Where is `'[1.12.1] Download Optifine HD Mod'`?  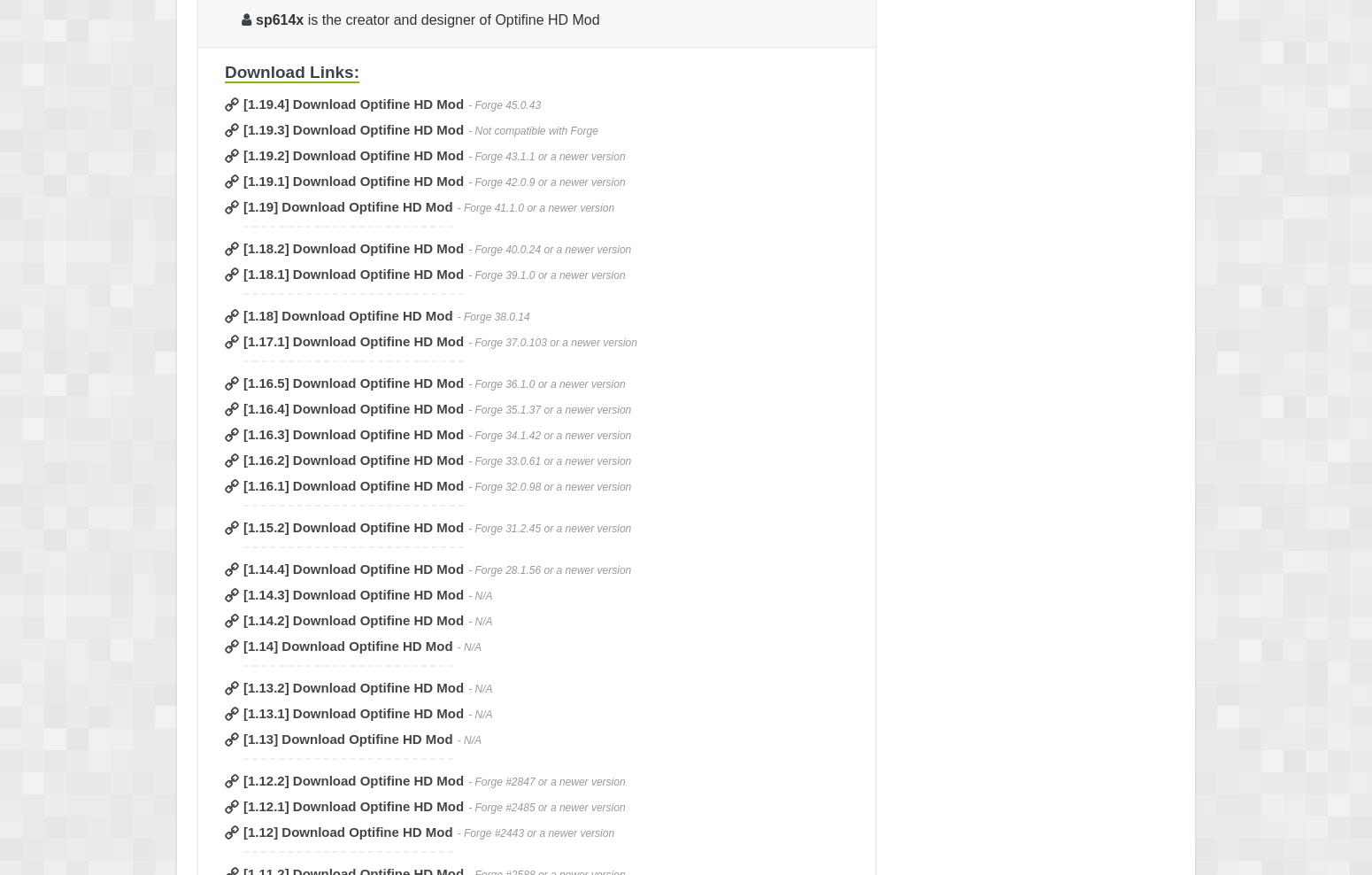
'[1.12.1] Download Optifine HD Mod' is located at coordinates (243, 805).